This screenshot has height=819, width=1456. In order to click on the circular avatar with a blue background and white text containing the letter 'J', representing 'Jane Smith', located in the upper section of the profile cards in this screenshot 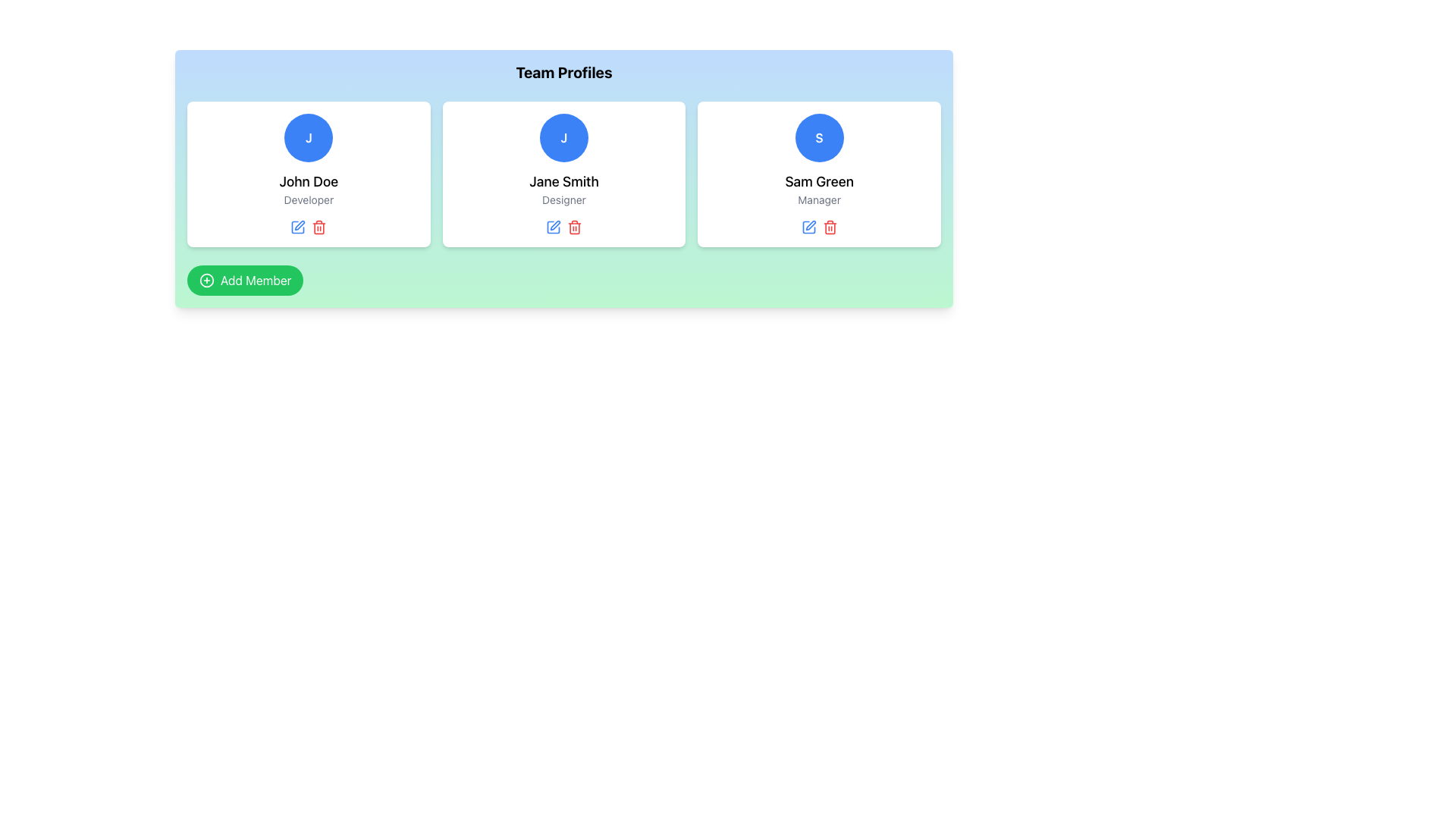, I will do `click(563, 137)`.